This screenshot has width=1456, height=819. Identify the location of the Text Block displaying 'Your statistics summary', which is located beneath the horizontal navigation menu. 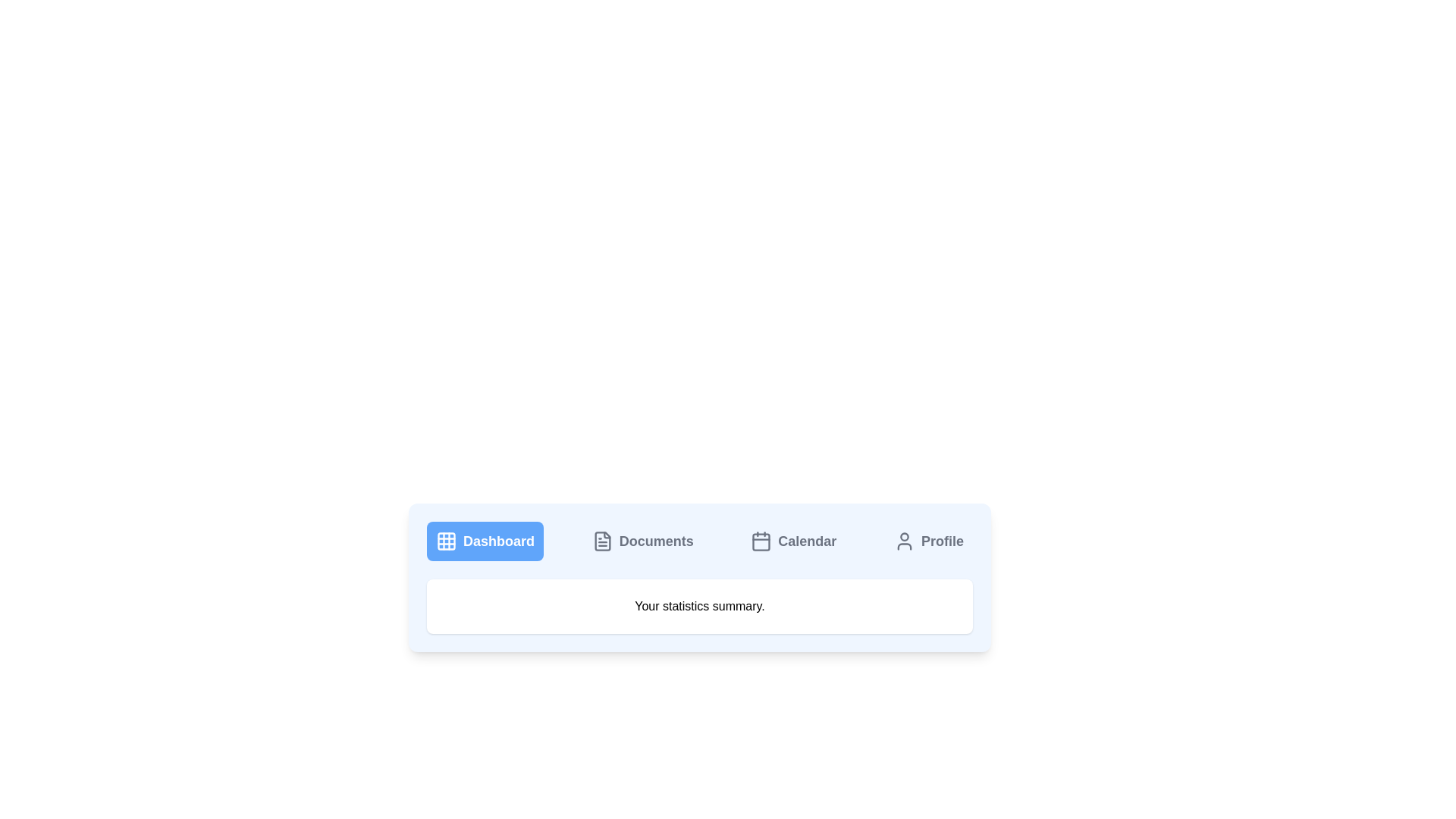
(698, 605).